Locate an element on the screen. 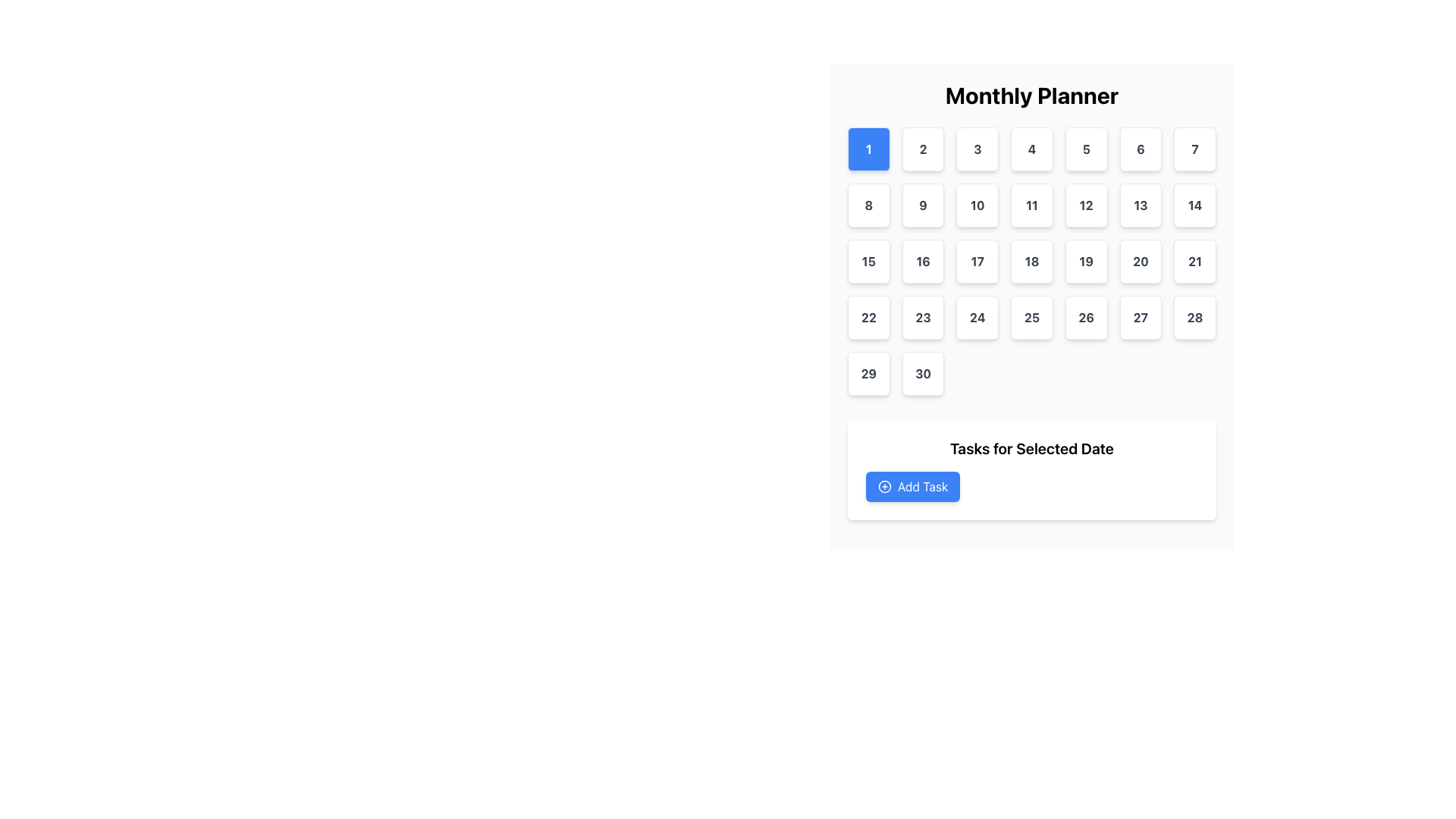 The width and height of the screenshot is (1456, 819). the square card displaying the number '17' in bold text, located in the third row and third column of the grid is located at coordinates (977, 260).